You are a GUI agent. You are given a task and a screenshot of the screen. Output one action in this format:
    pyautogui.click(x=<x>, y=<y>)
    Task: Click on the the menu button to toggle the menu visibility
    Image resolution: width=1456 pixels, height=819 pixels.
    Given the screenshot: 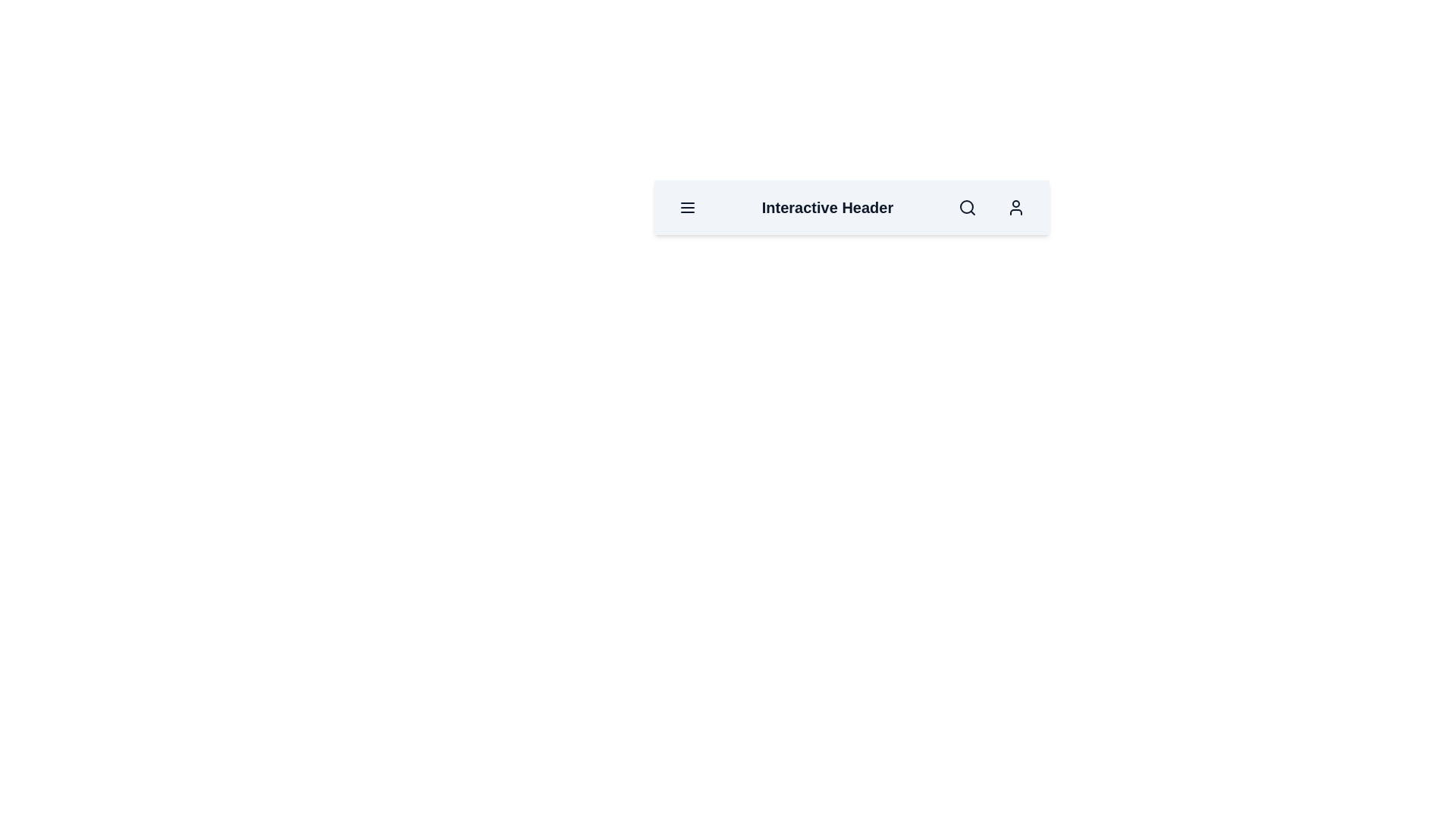 What is the action you would take?
    pyautogui.click(x=687, y=207)
    